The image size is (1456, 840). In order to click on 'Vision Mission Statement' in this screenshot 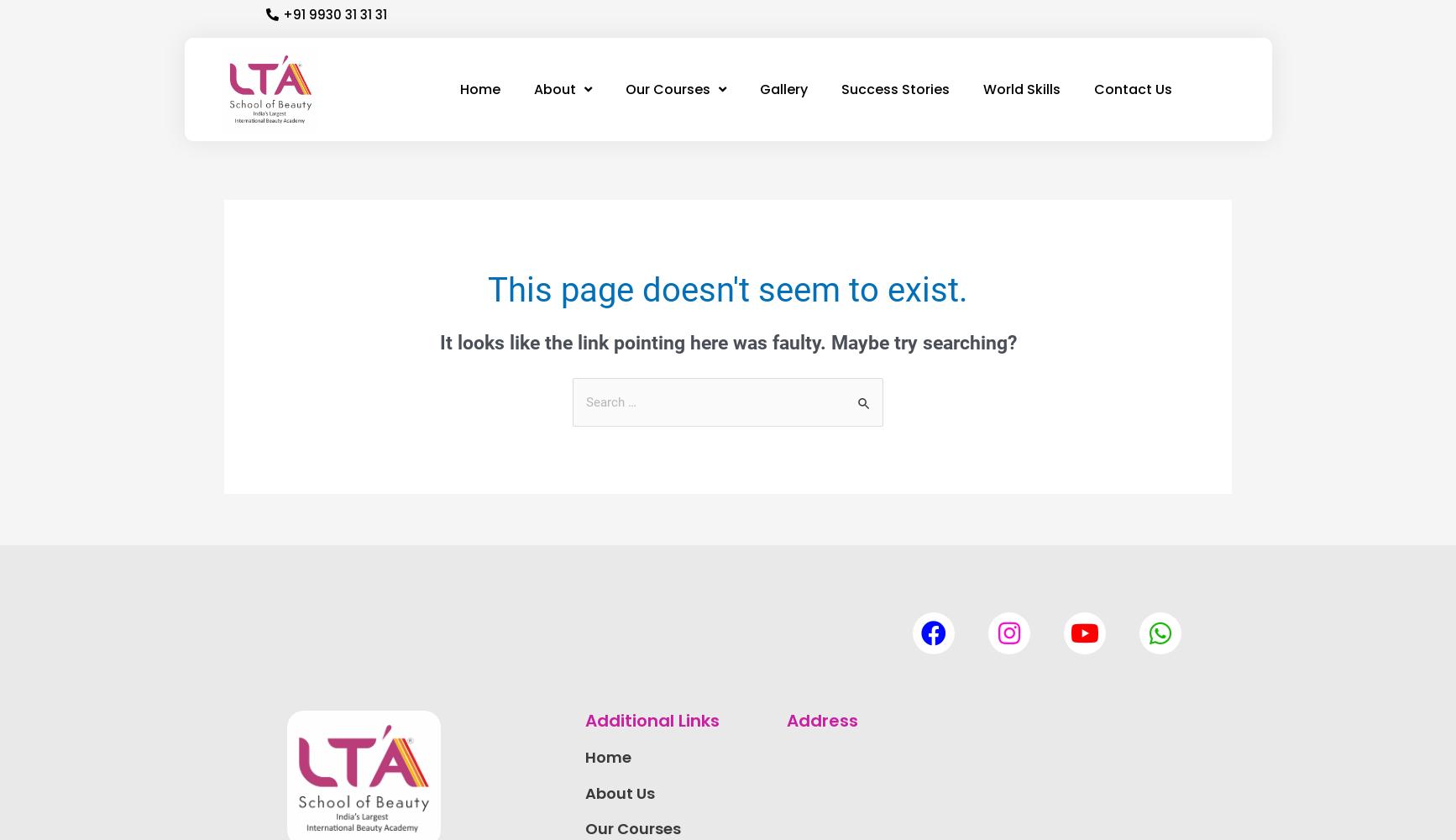, I will do `click(601, 213)`.